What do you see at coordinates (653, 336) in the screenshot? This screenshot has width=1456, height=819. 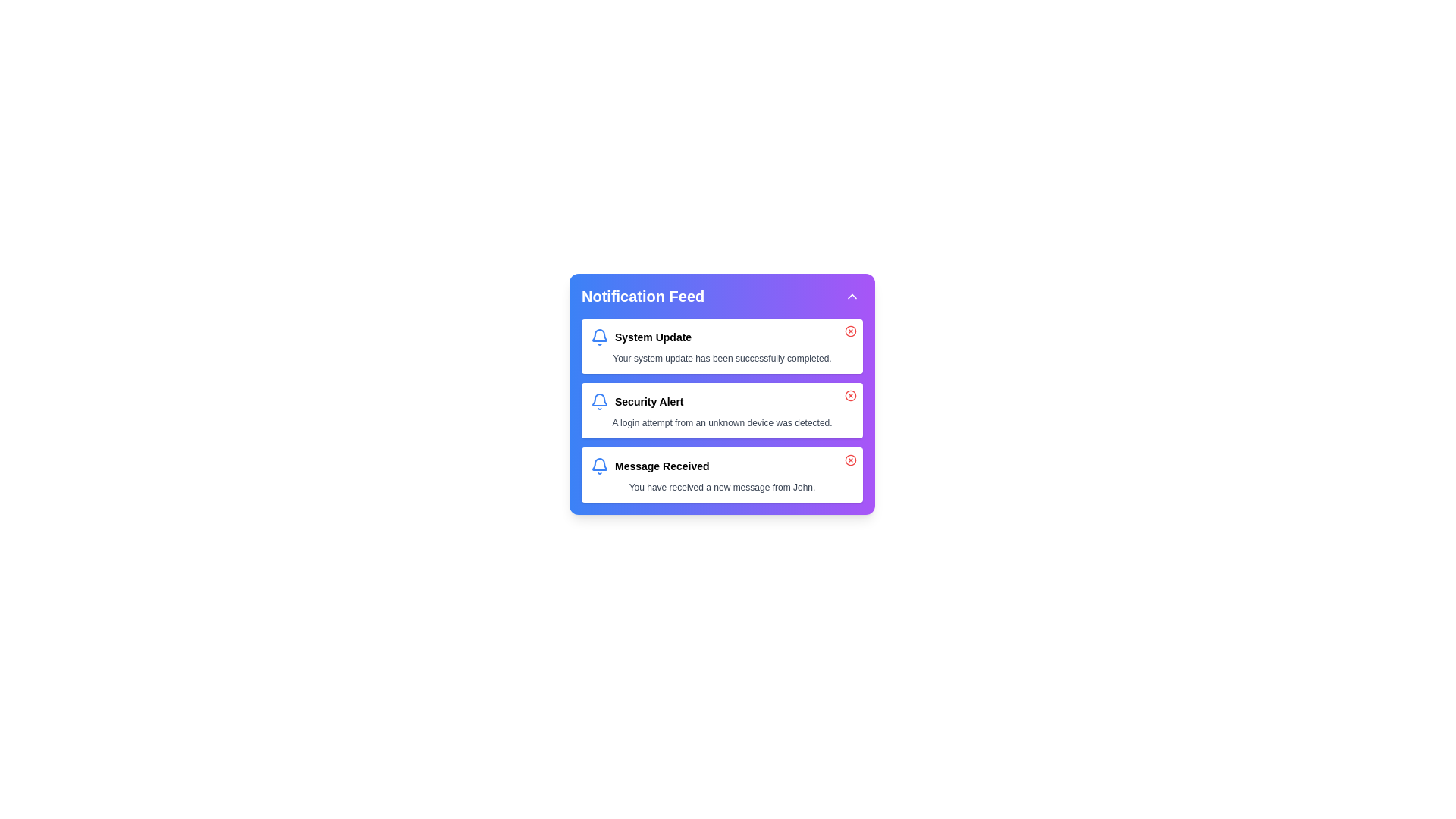 I see `on the 'System Update' text label located in the first notification card under 'Notification Feed', which is styled in bold and slightly smaller font` at bounding box center [653, 336].